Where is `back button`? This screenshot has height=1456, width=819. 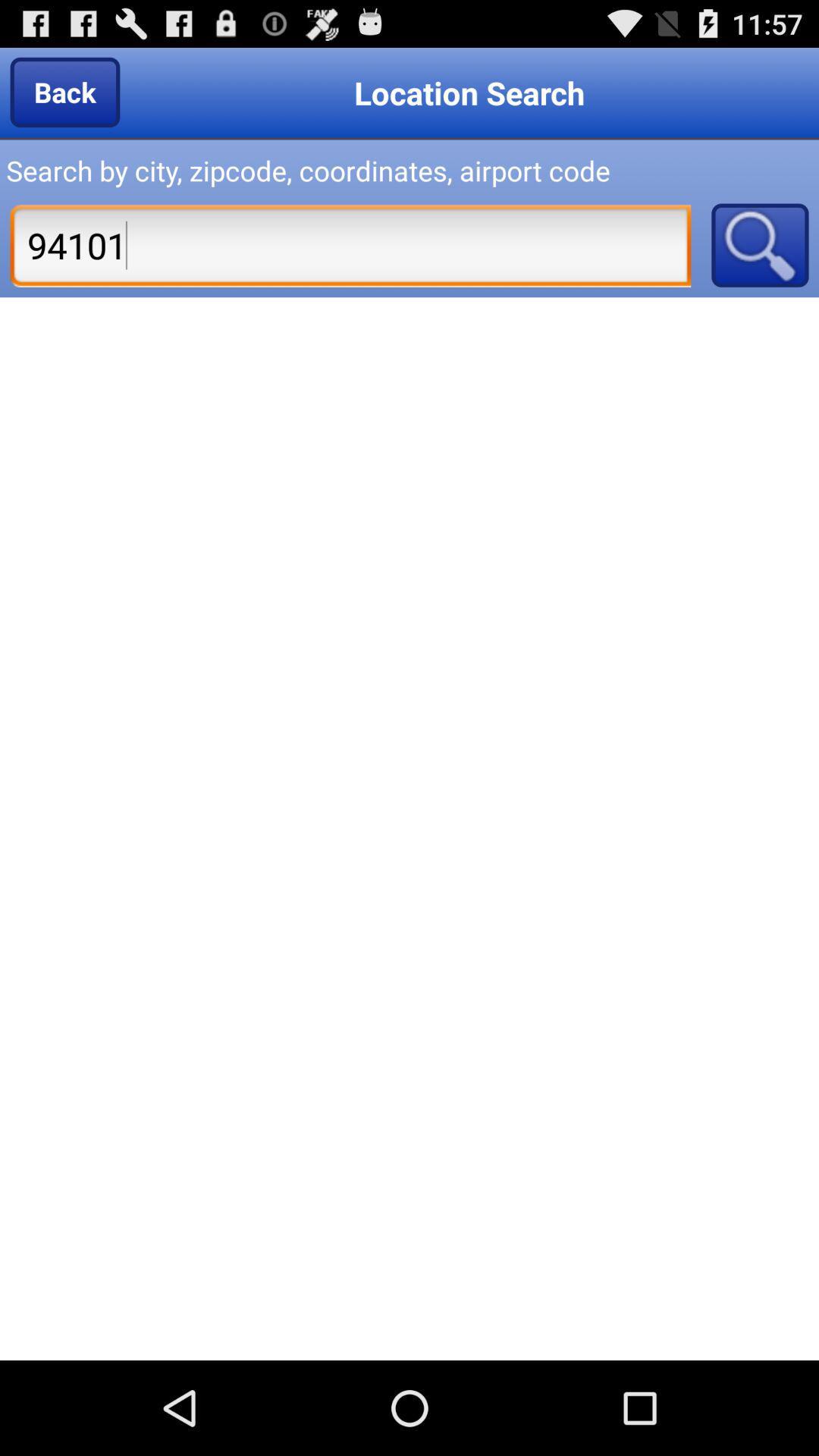
back button is located at coordinates (64, 91).